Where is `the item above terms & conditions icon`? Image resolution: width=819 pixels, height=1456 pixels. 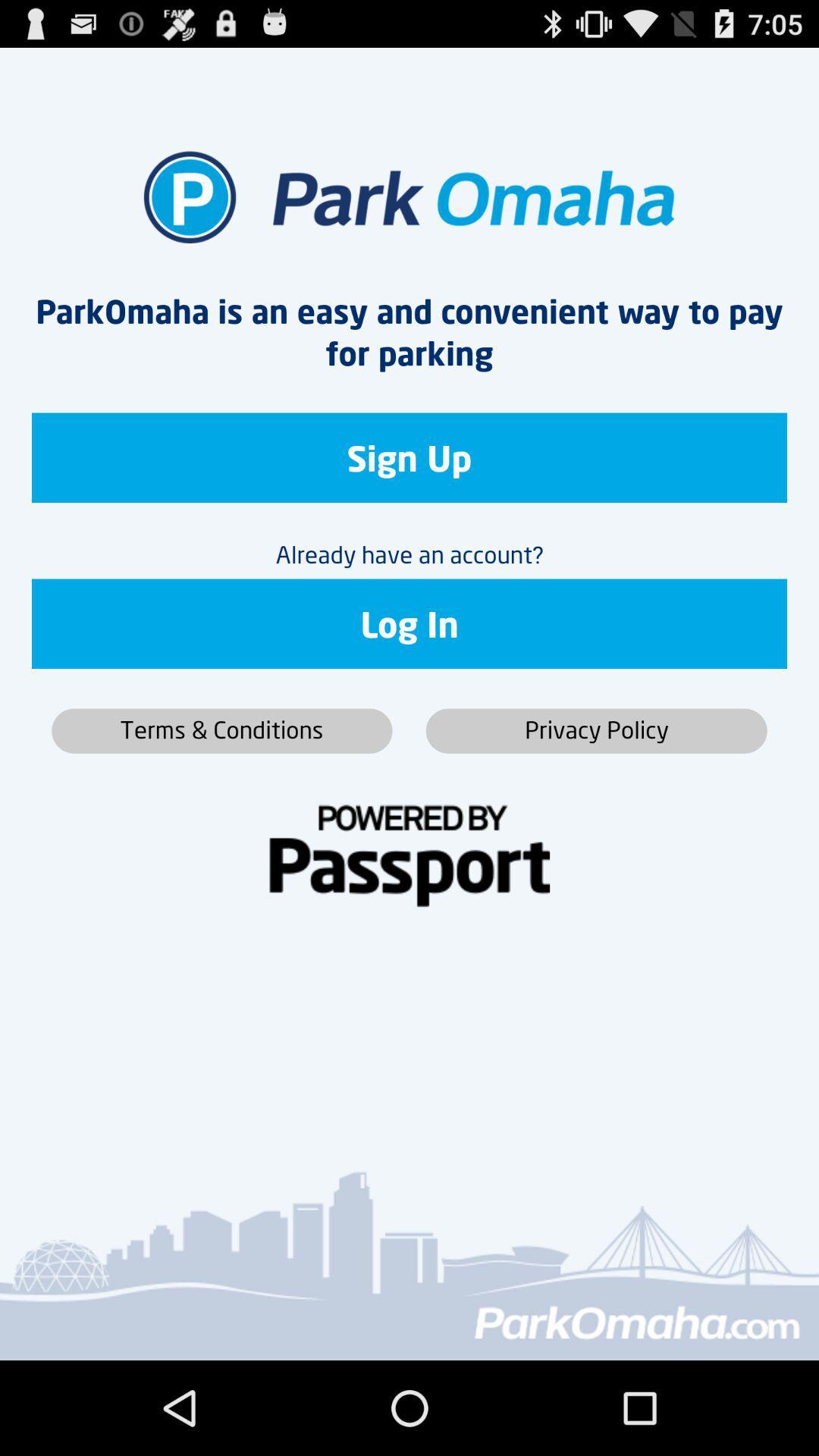 the item above terms & conditions icon is located at coordinates (409, 623).